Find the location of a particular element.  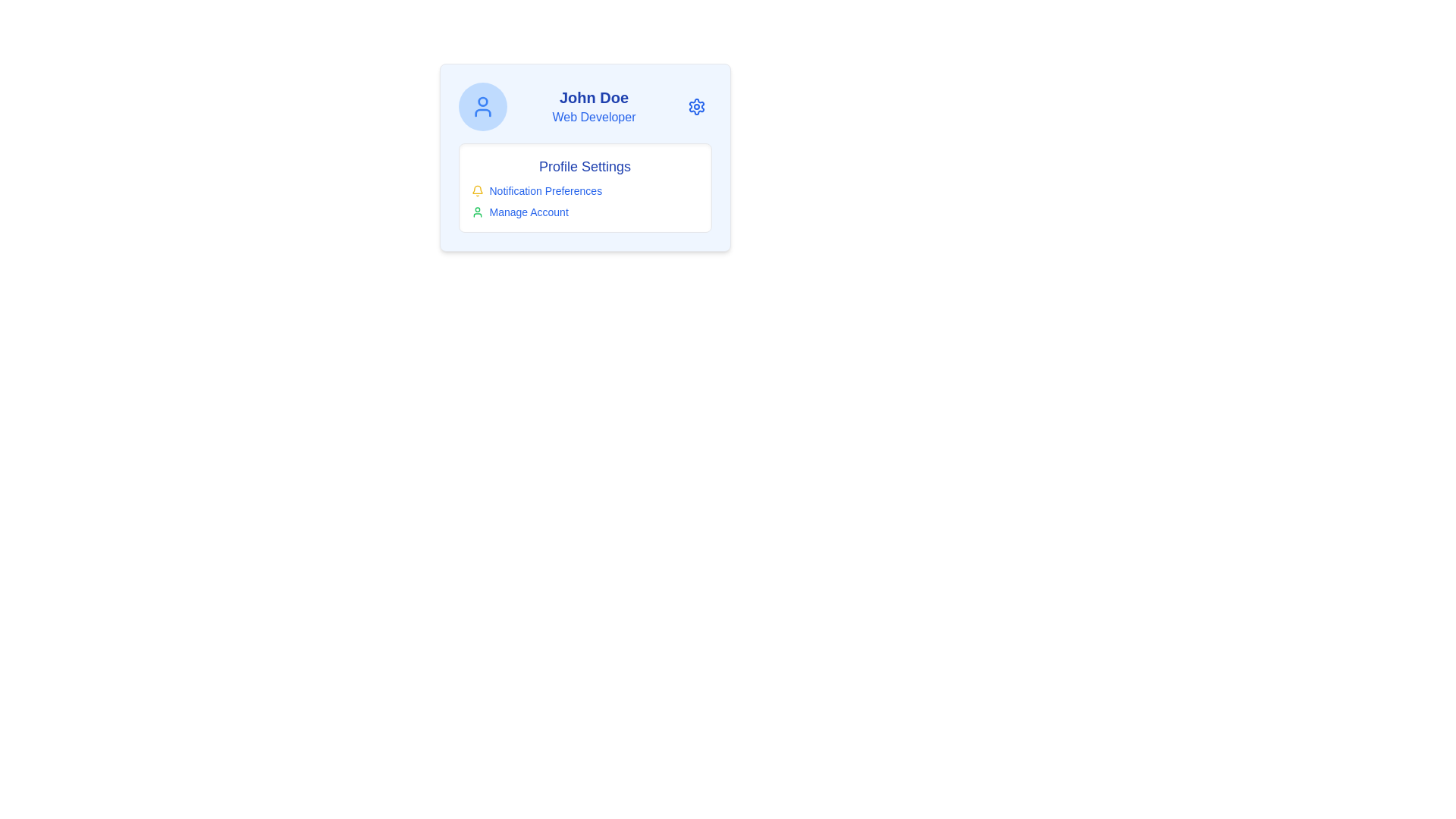

the Profile Header Section is located at coordinates (584, 106).